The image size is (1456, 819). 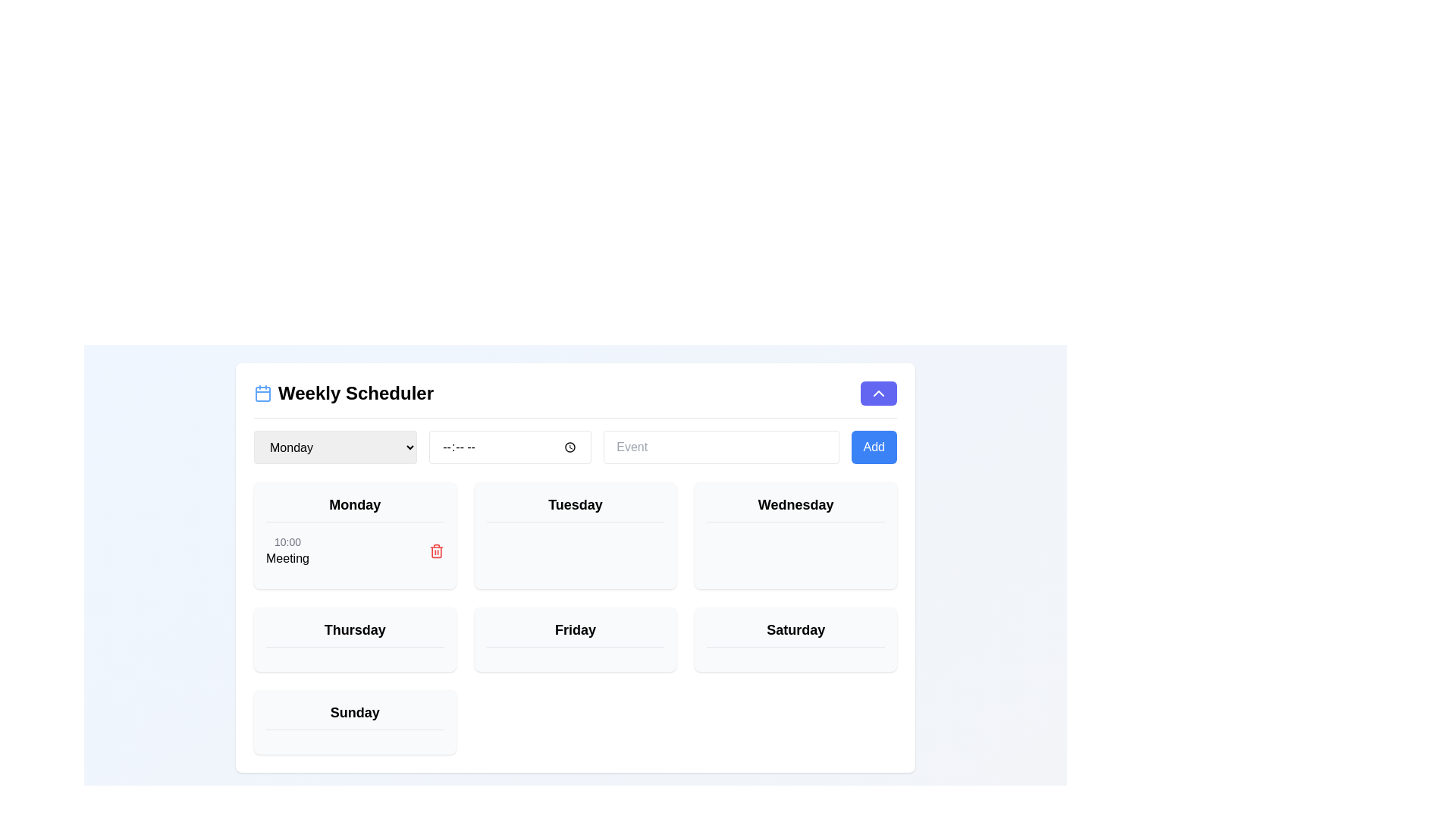 What do you see at coordinates (354, 633) in the screenshot?
I see `the 'Thursday' text label in the weekly schedule interface, which is located in the third row and second column of the grid layout` at bounding box center [354, 633].